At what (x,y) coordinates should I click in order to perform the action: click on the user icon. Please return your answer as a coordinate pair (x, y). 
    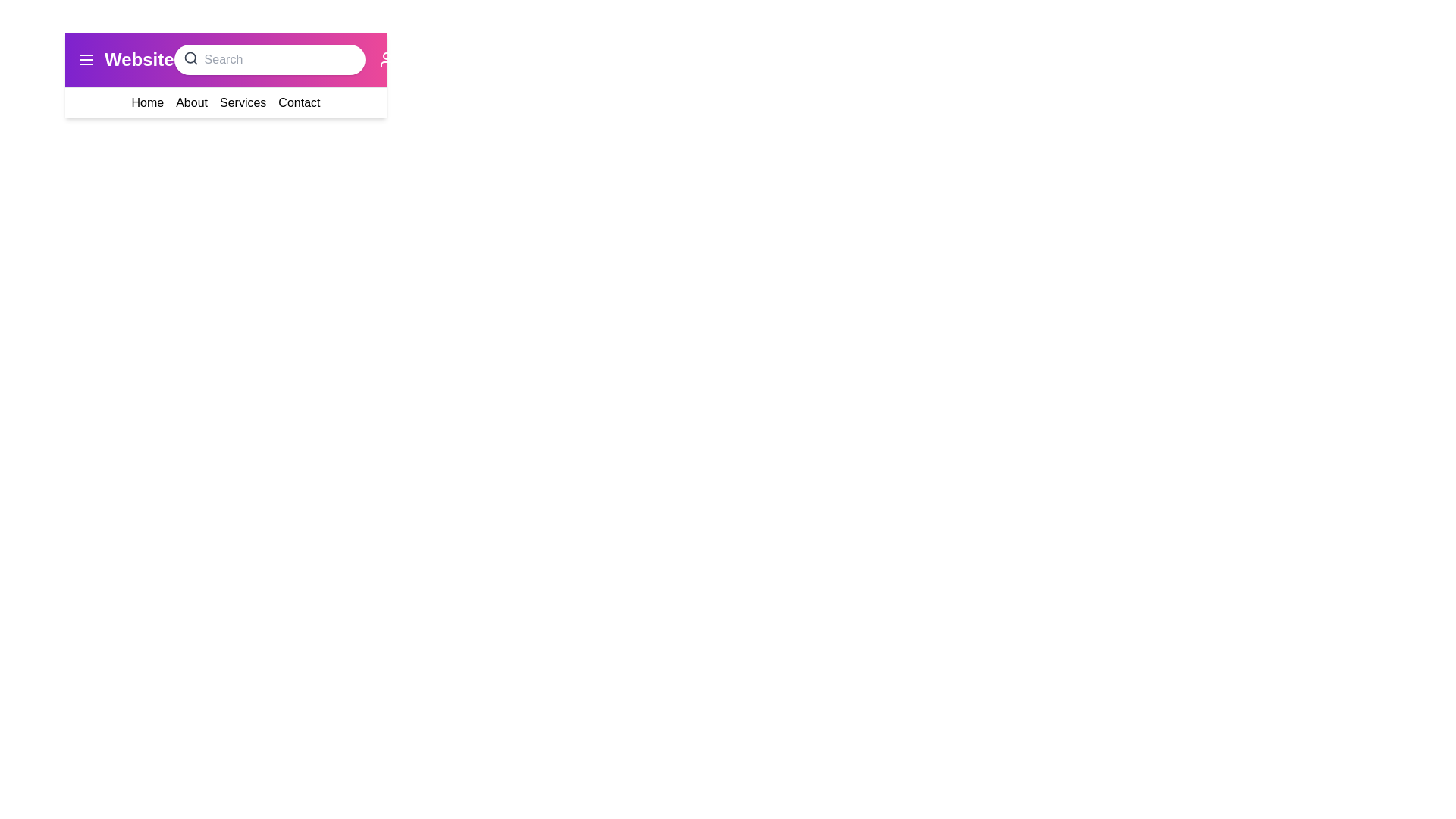
    Looking at the image, I should click on (386, 58).